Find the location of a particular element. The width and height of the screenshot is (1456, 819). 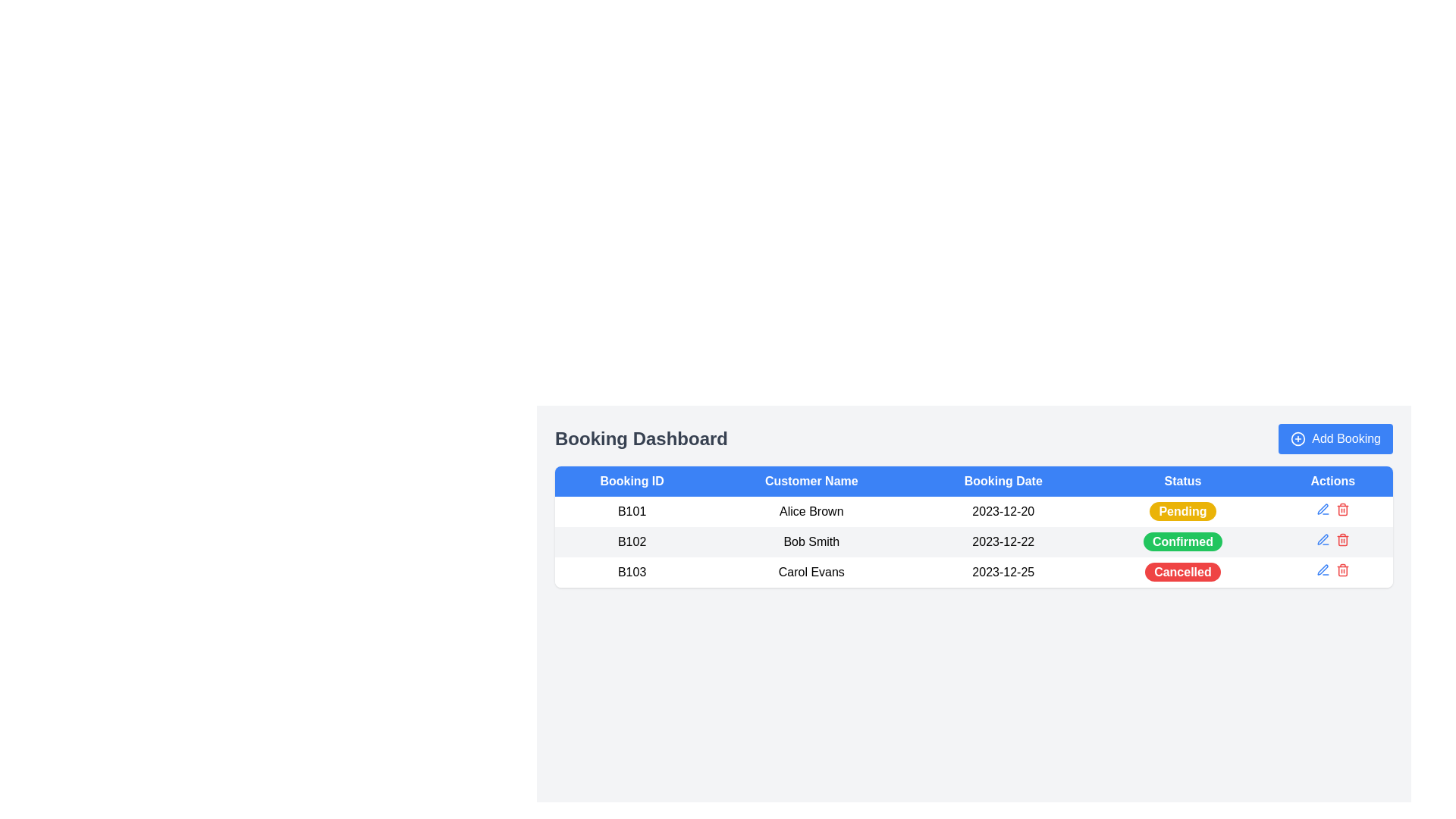

the Status indicator label located in the 'Status' column of the first row, which indicates that the associated booking is currently pending attention or processing is located at coordinates (1182, 512).